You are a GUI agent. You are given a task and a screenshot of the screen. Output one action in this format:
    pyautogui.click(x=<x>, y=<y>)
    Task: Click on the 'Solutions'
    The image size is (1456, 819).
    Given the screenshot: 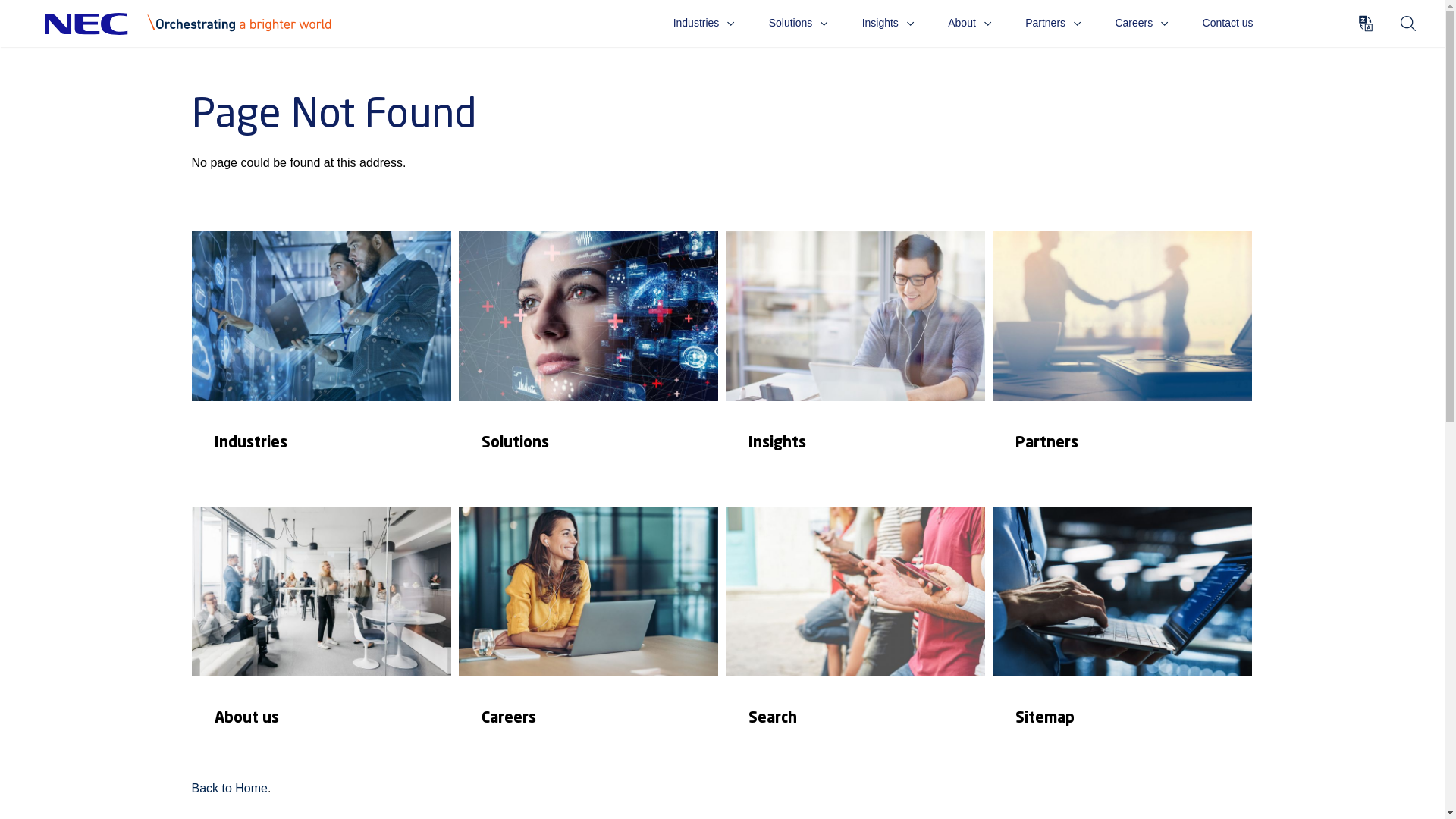 What is the action you would take?
    pyautogui.click(x=797, y=23)
    